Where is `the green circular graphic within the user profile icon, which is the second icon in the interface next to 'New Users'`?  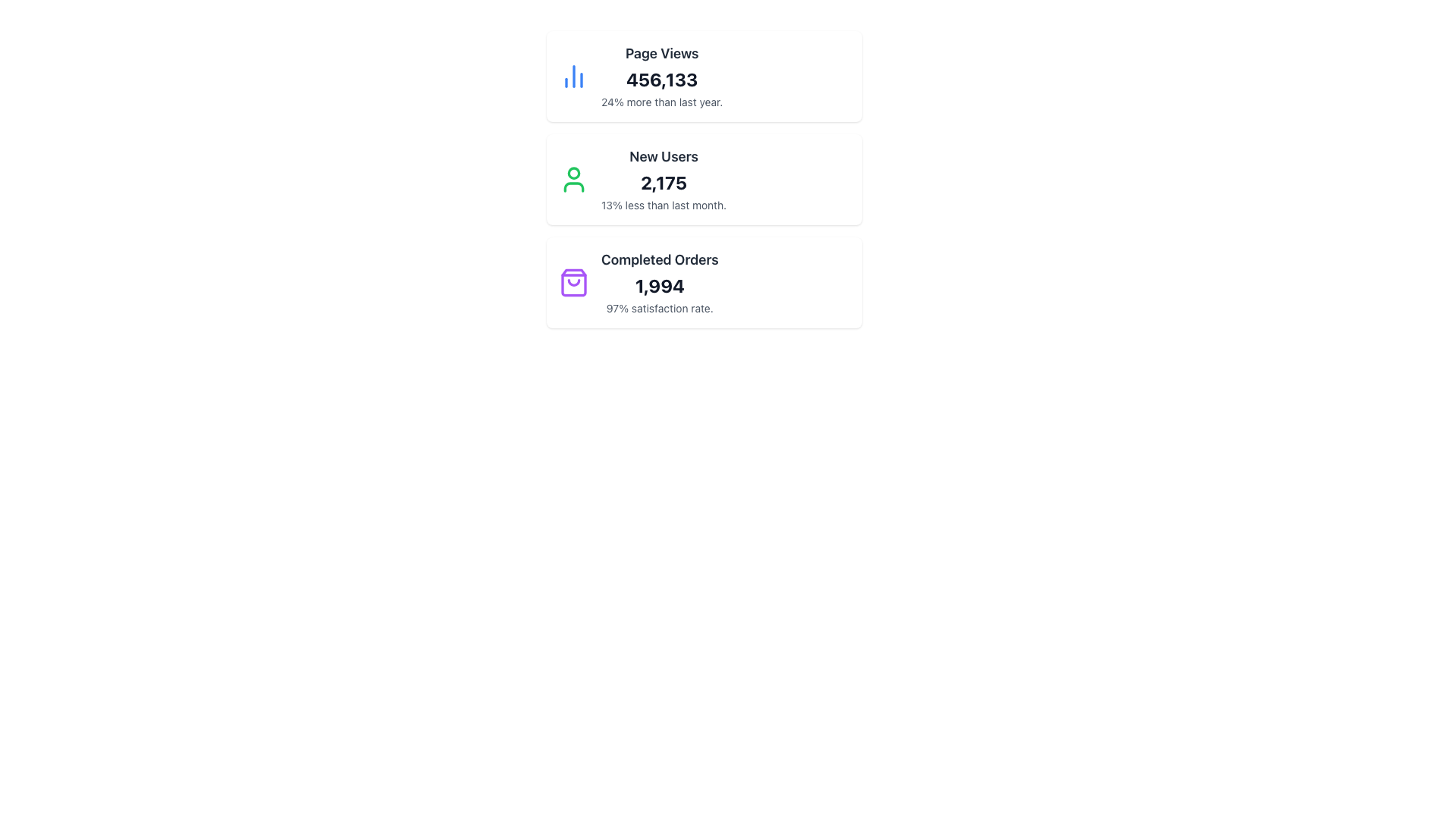 the green circular graphic within the user profile icon, which is the second icon in the interface next to 'New Users' is located at coordinates (573, 171).